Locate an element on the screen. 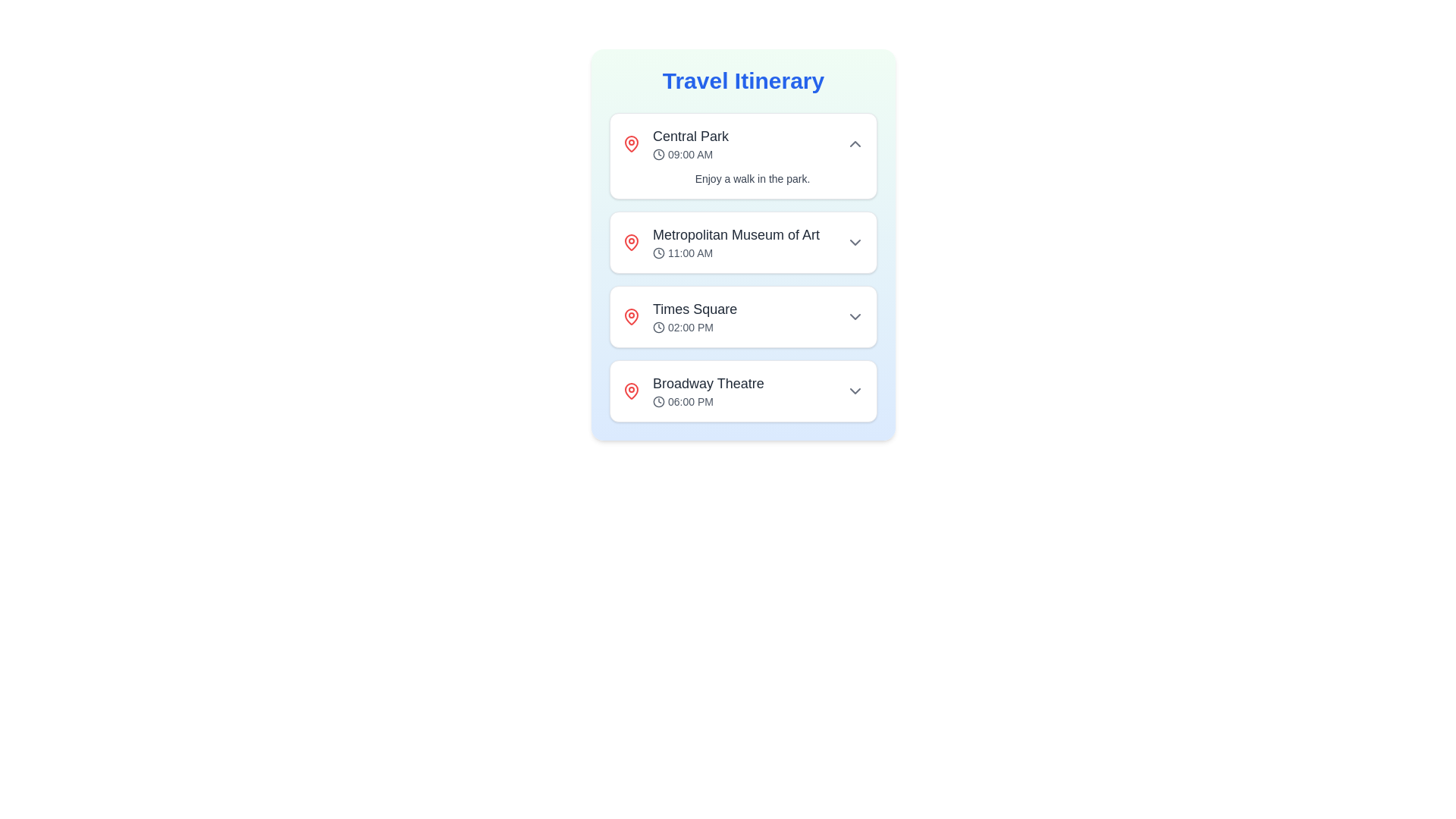 The height and width of the screenshot is (819, 1456). time displayed in the Text and Icon Label located in the bottom card of the list of time and location details under the 'Broadway Theatre' section, to the right of the clock icon is located at coordinates (708, 400).